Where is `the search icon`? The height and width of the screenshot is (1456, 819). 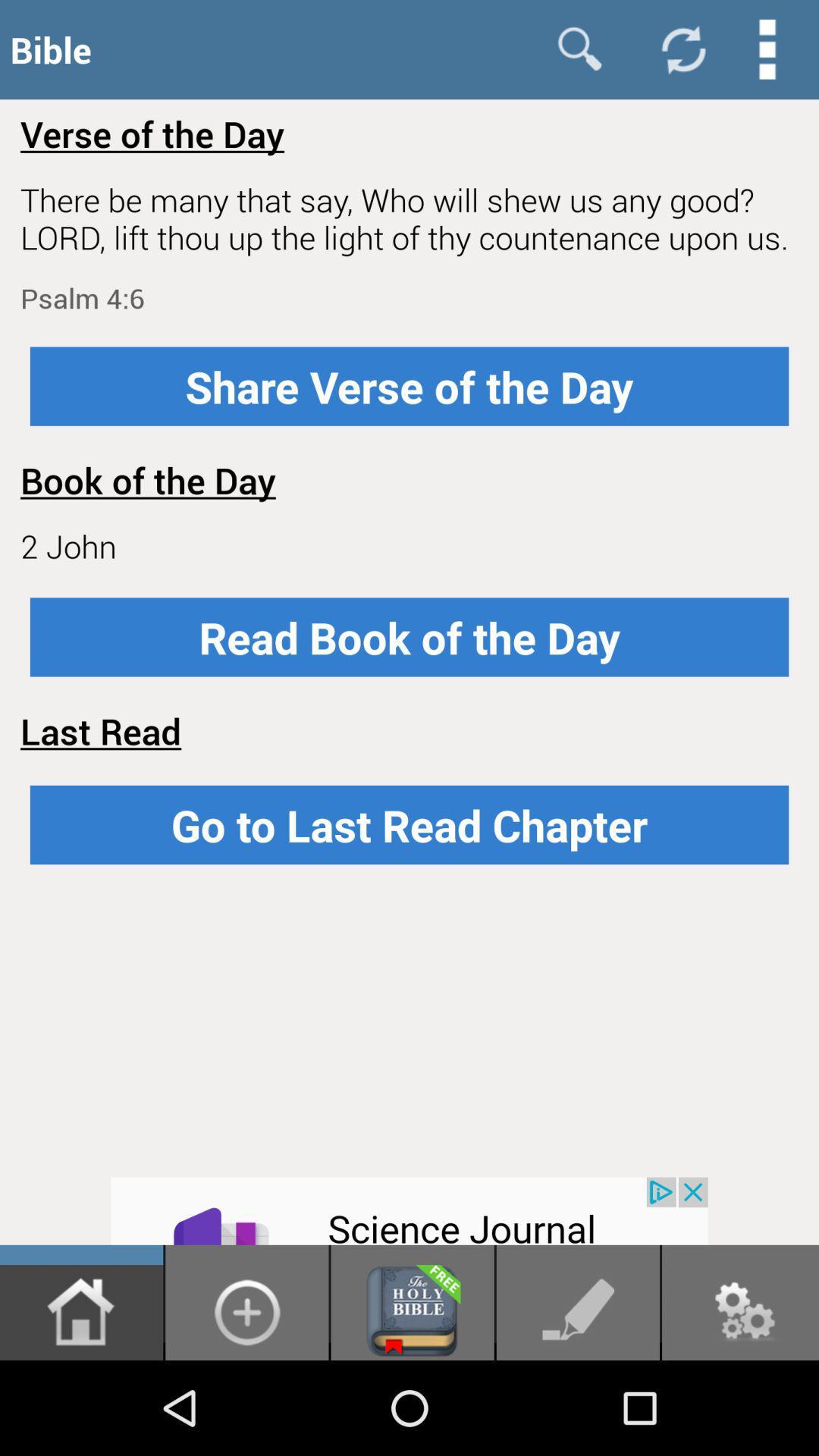
the search icon is located at coordinates (579, 52).